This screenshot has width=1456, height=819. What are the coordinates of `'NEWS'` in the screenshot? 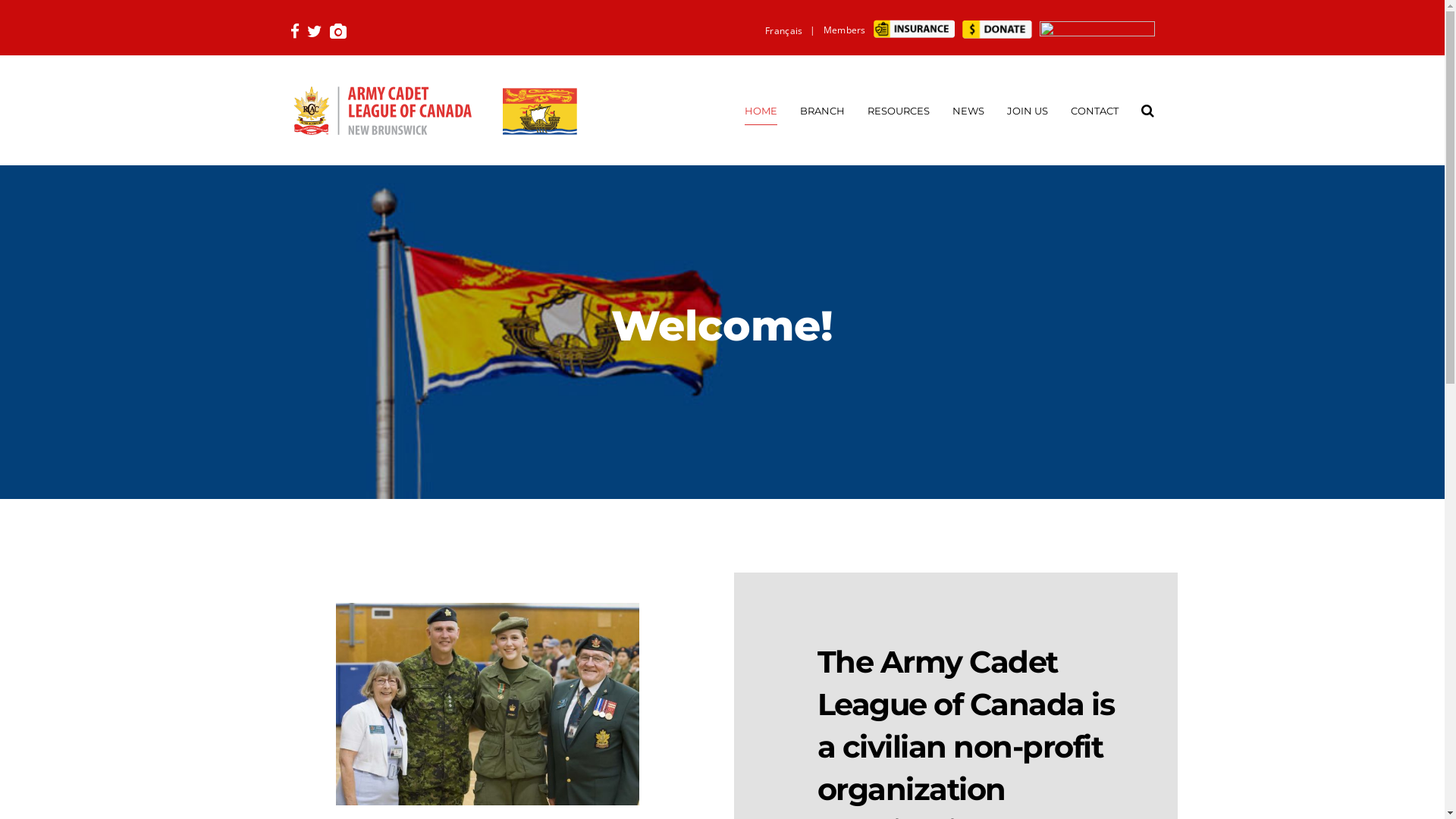 It's located at (967, 109).